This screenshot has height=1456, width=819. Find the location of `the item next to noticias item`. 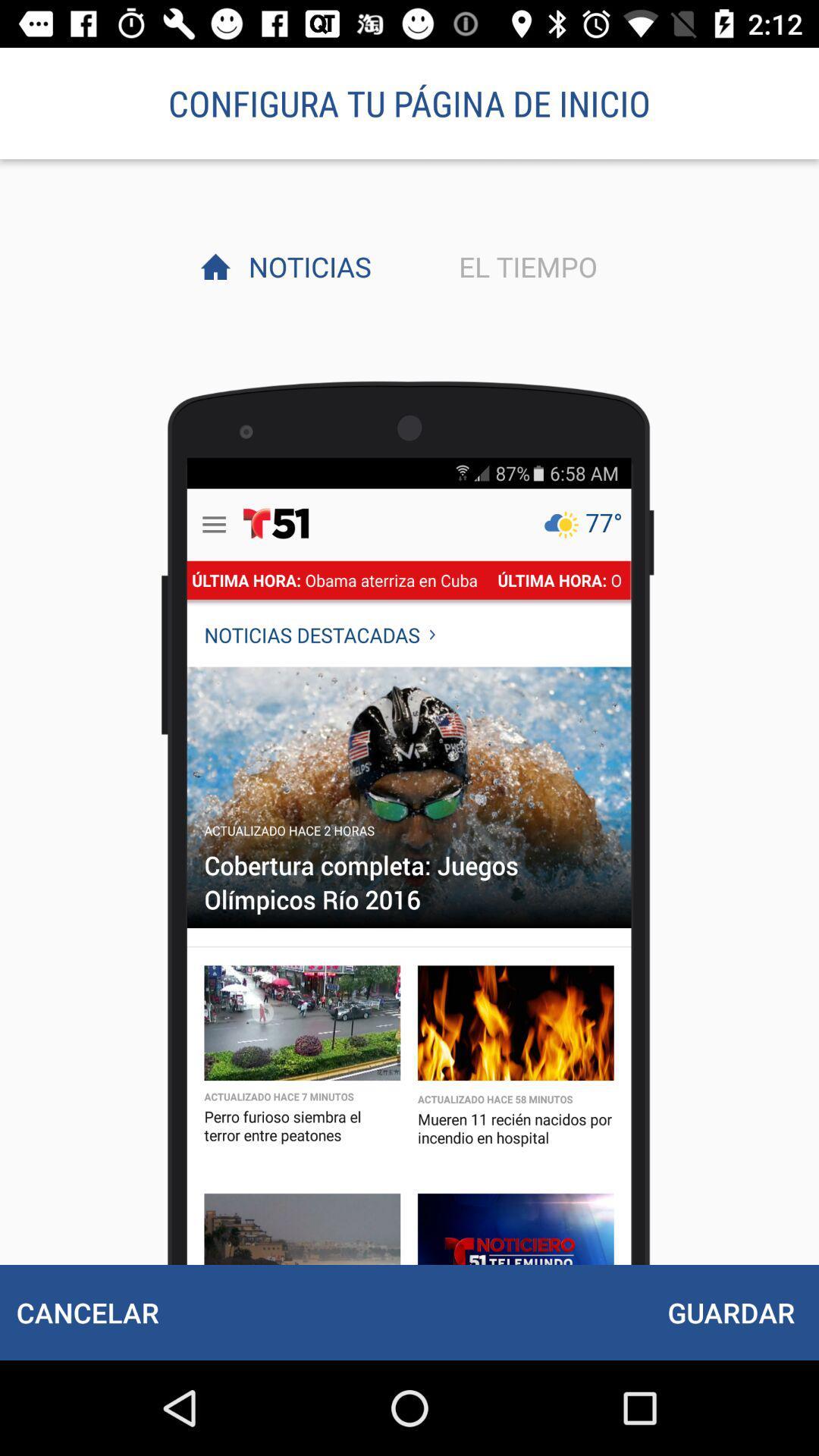

the item next to noticias item is located at coordinates (523, 266).